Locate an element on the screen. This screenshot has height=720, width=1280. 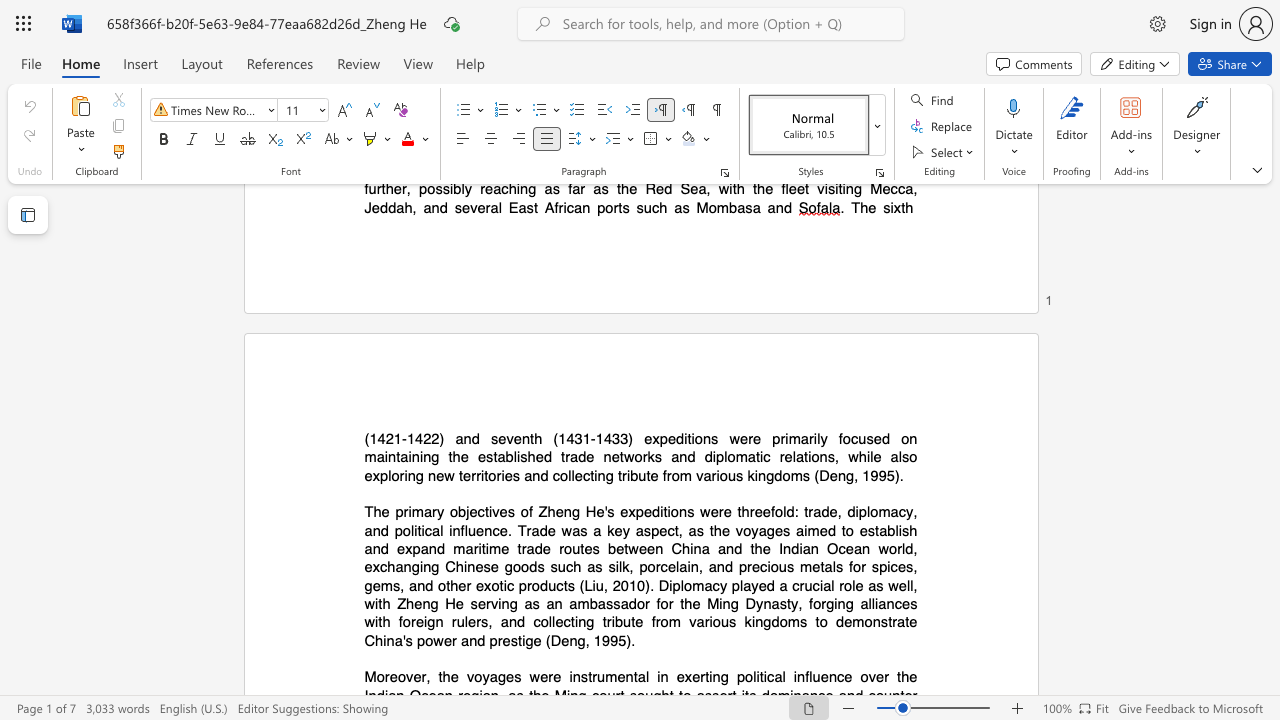
the space between the continuous character "f" and "o" in the text is located at coordinates (843, 437).